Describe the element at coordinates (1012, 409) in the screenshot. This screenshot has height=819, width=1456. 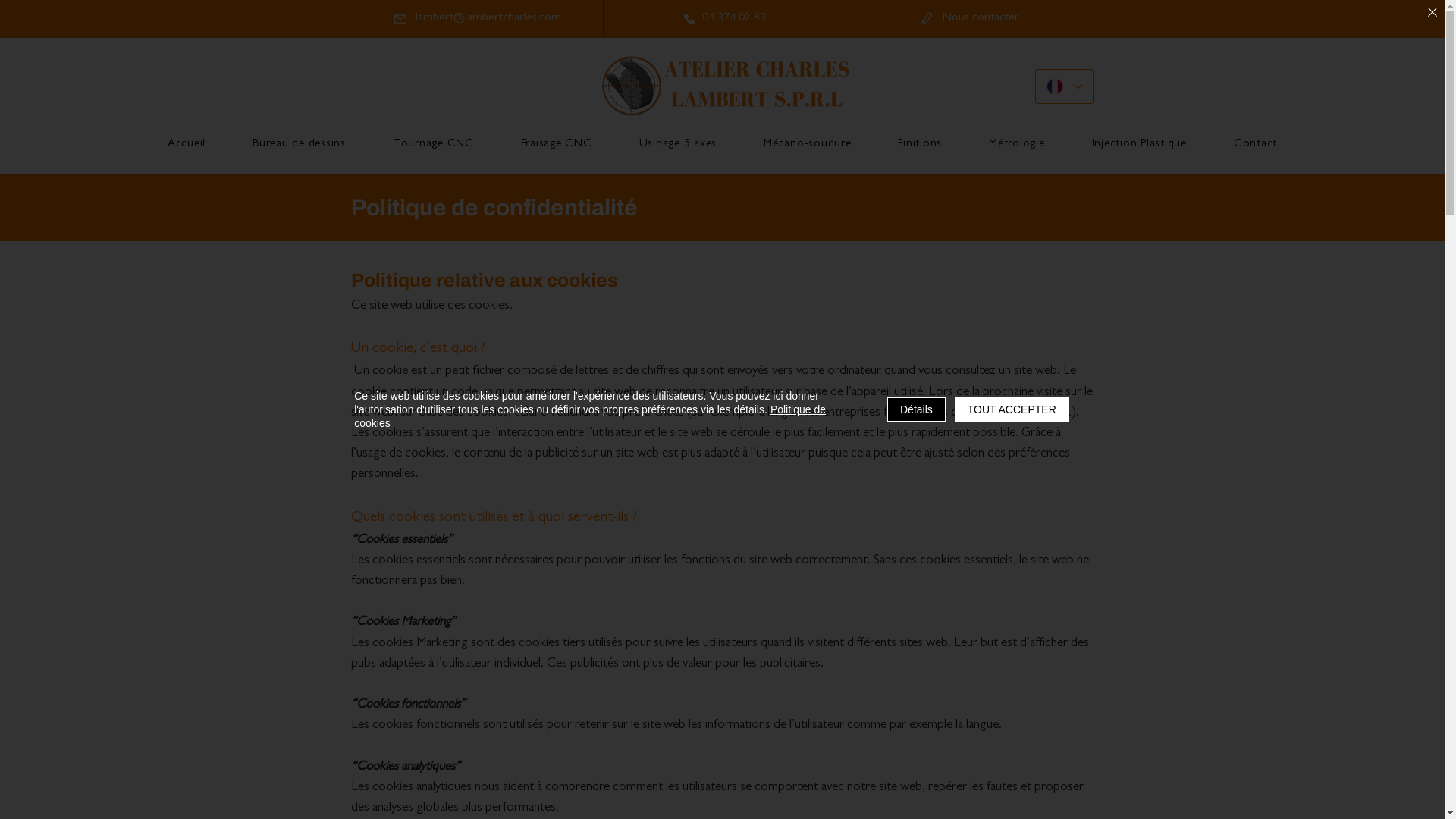
I see `'TOUT ACCEPTER'` at that location.